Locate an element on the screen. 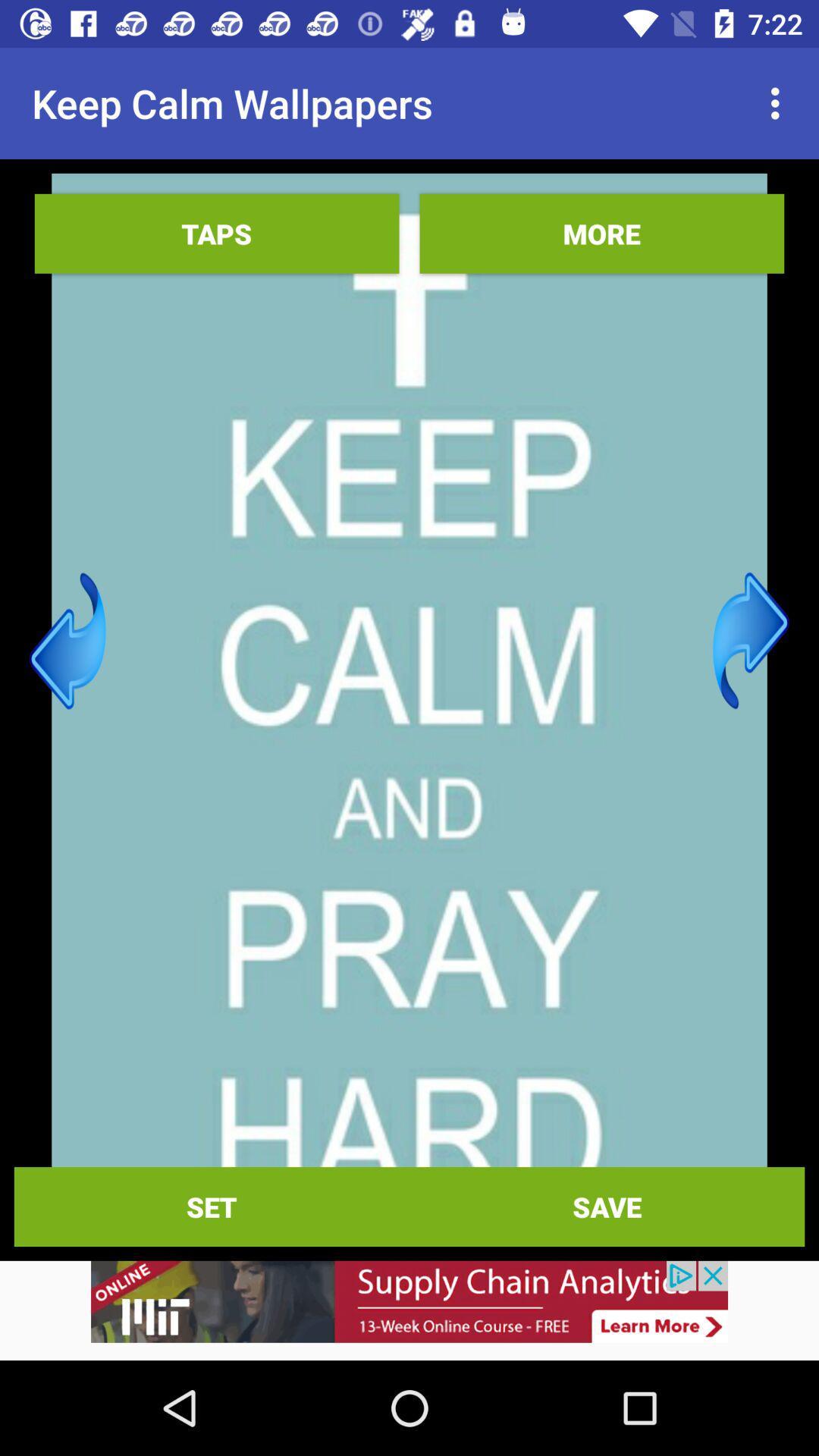 This screenshot has height=1456, width=819. interact with advertisement is located at coordinates (409, 1310).